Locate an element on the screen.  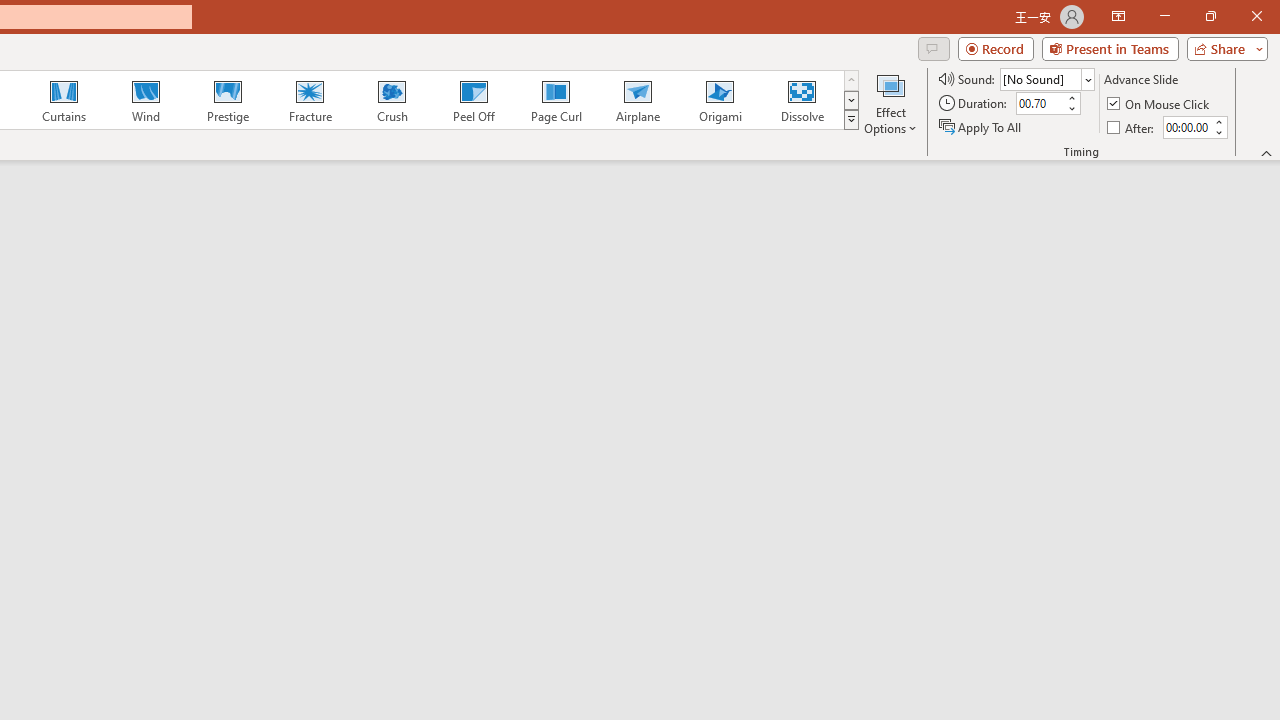
'Airplane' is located at coordinates (636, 100).